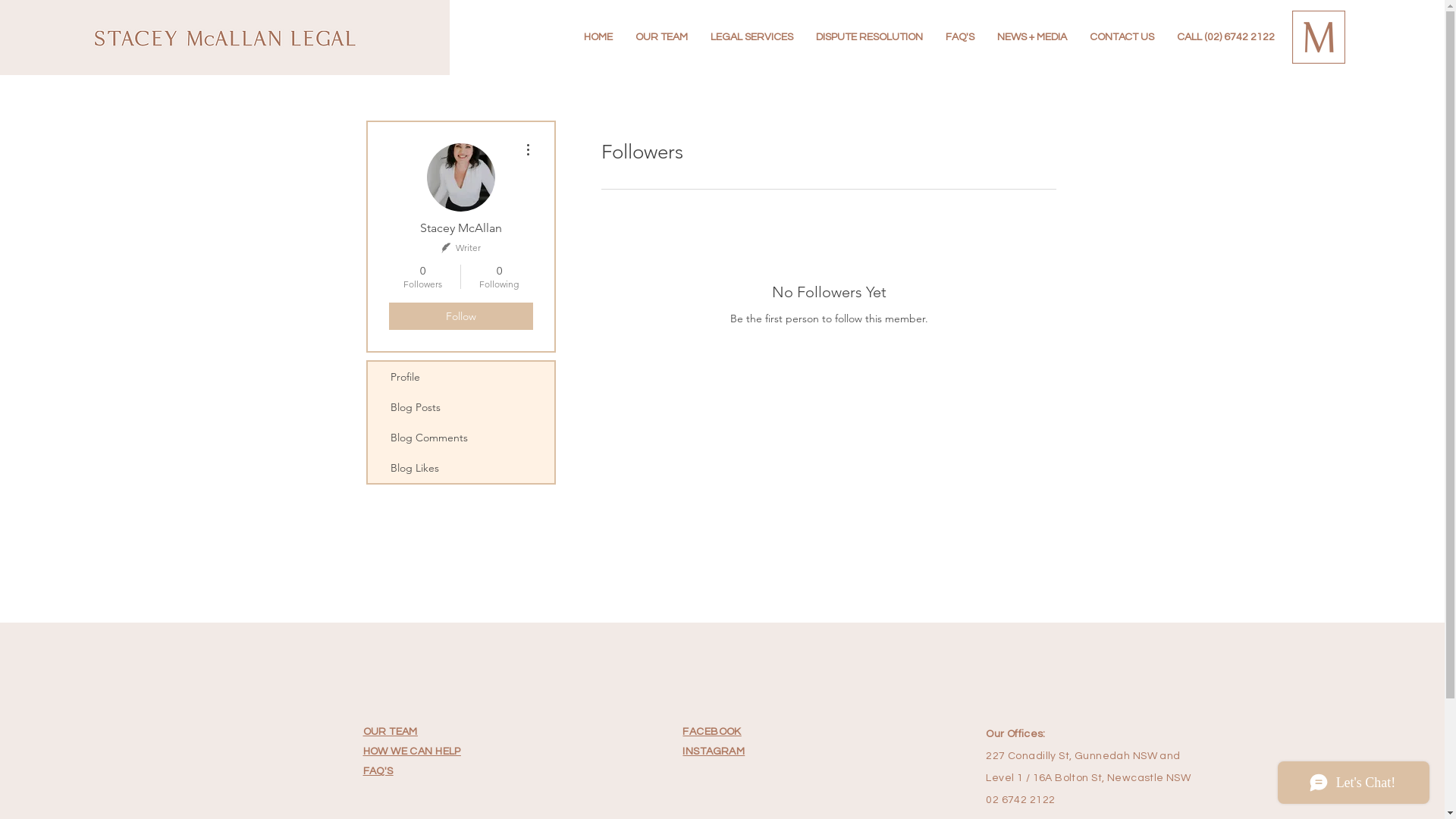  What do you see at coordinates (378, 770) in the screenshot?
I see `'FAQ'S'` at bounding box center [378, 770].